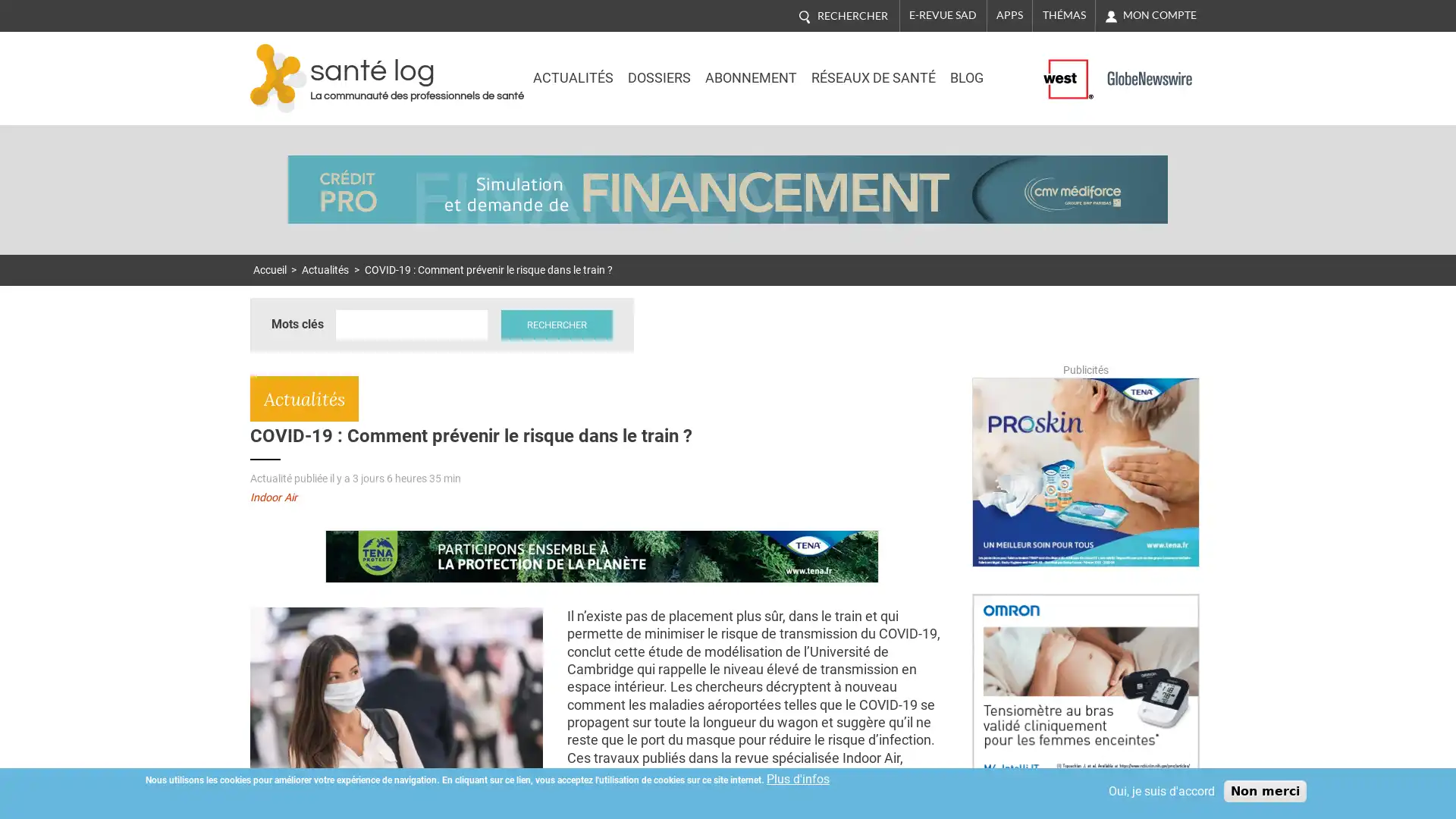 The width and height of the screenshot is (1456, 819). What do you see at coordinates (556, 323) in the screenshot?
I see `Rechercher` at bounding box center [556, 323].